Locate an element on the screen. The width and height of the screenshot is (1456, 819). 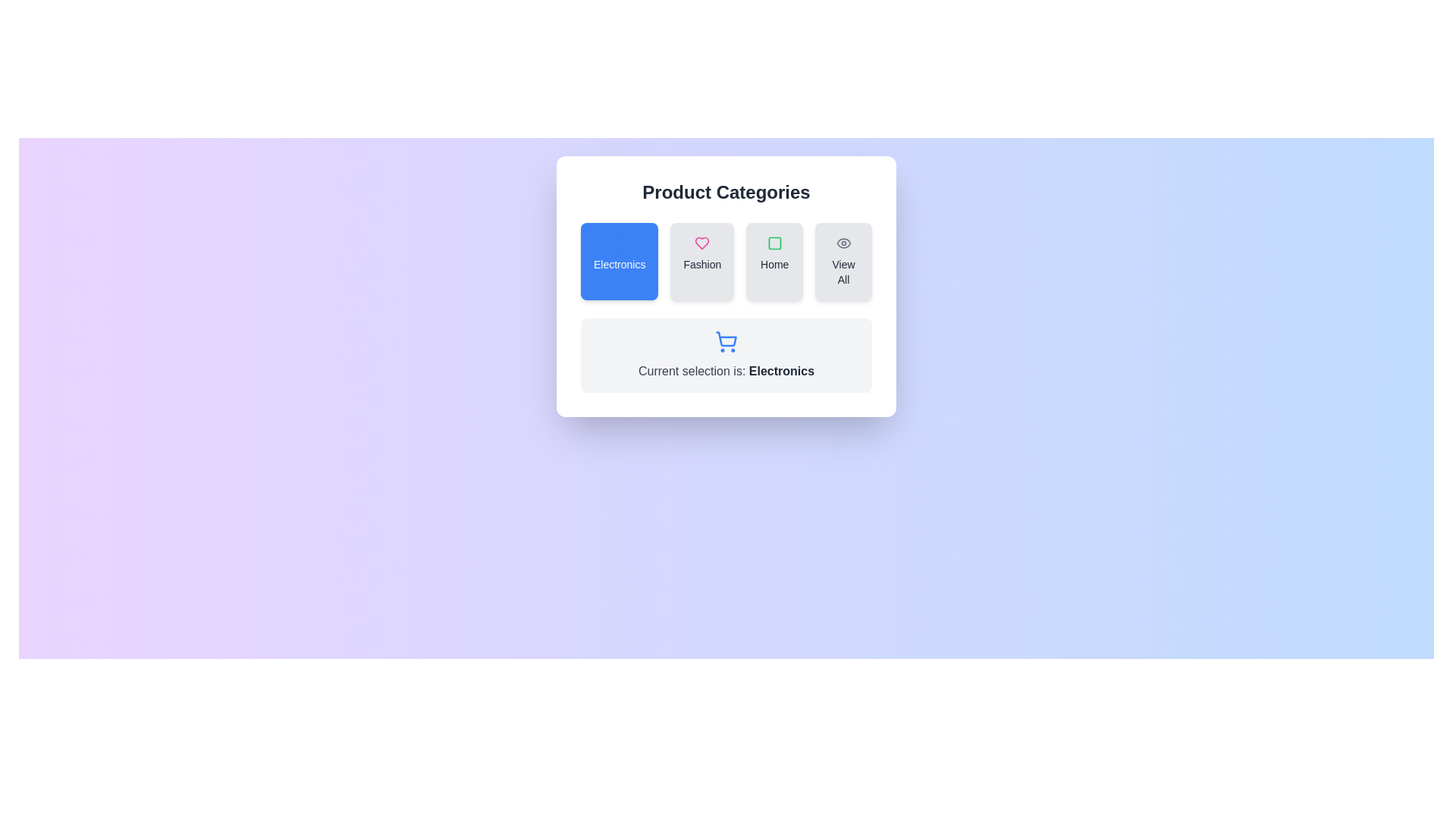
the Informational card displaying the text 'Current selection is: Electronics' with a blue shopping cart icon at the top is located at coordinates (726, 356).